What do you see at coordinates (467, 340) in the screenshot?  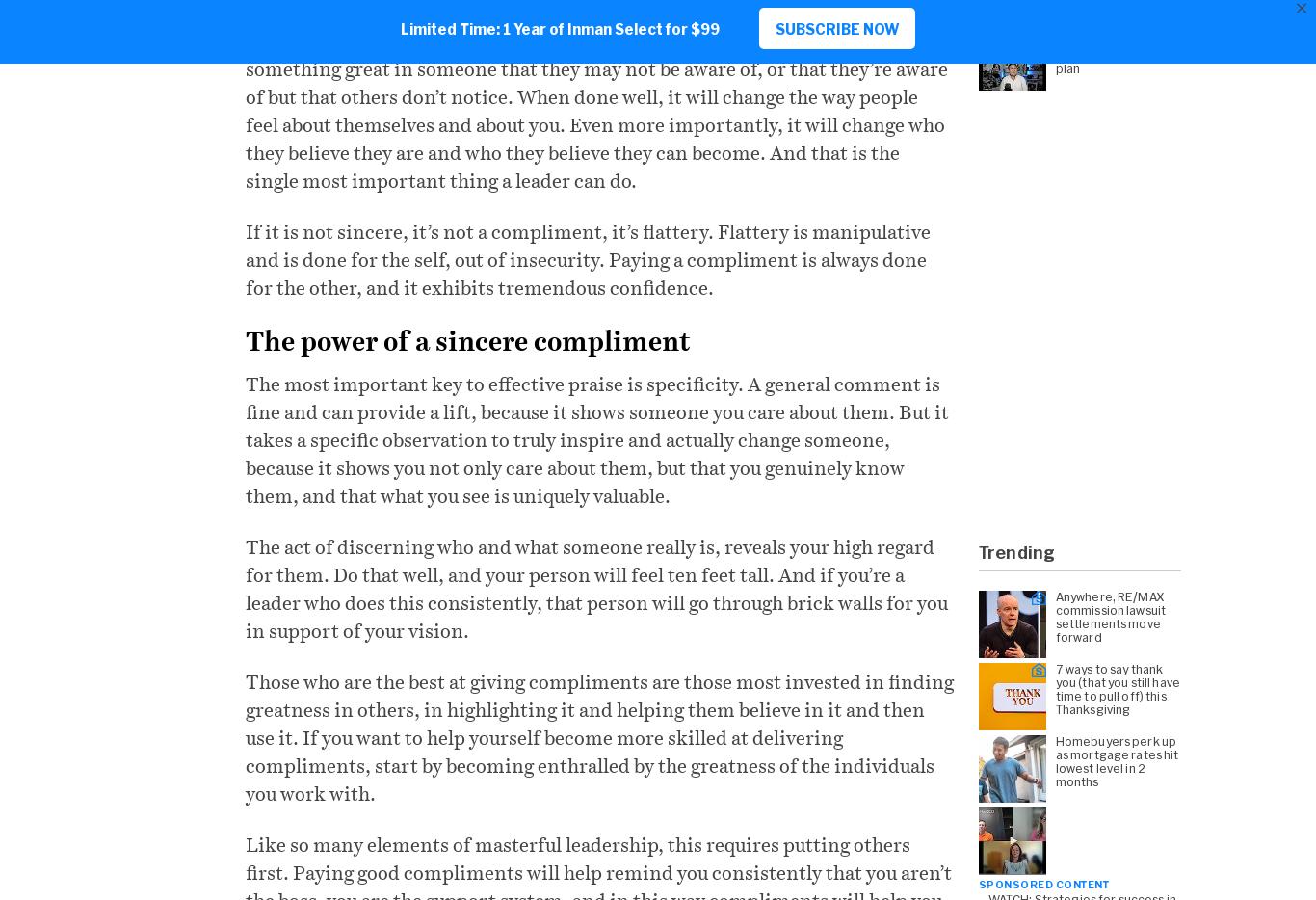 I see `'The power of a sincere compliment'` at bounding box center [467, 340].